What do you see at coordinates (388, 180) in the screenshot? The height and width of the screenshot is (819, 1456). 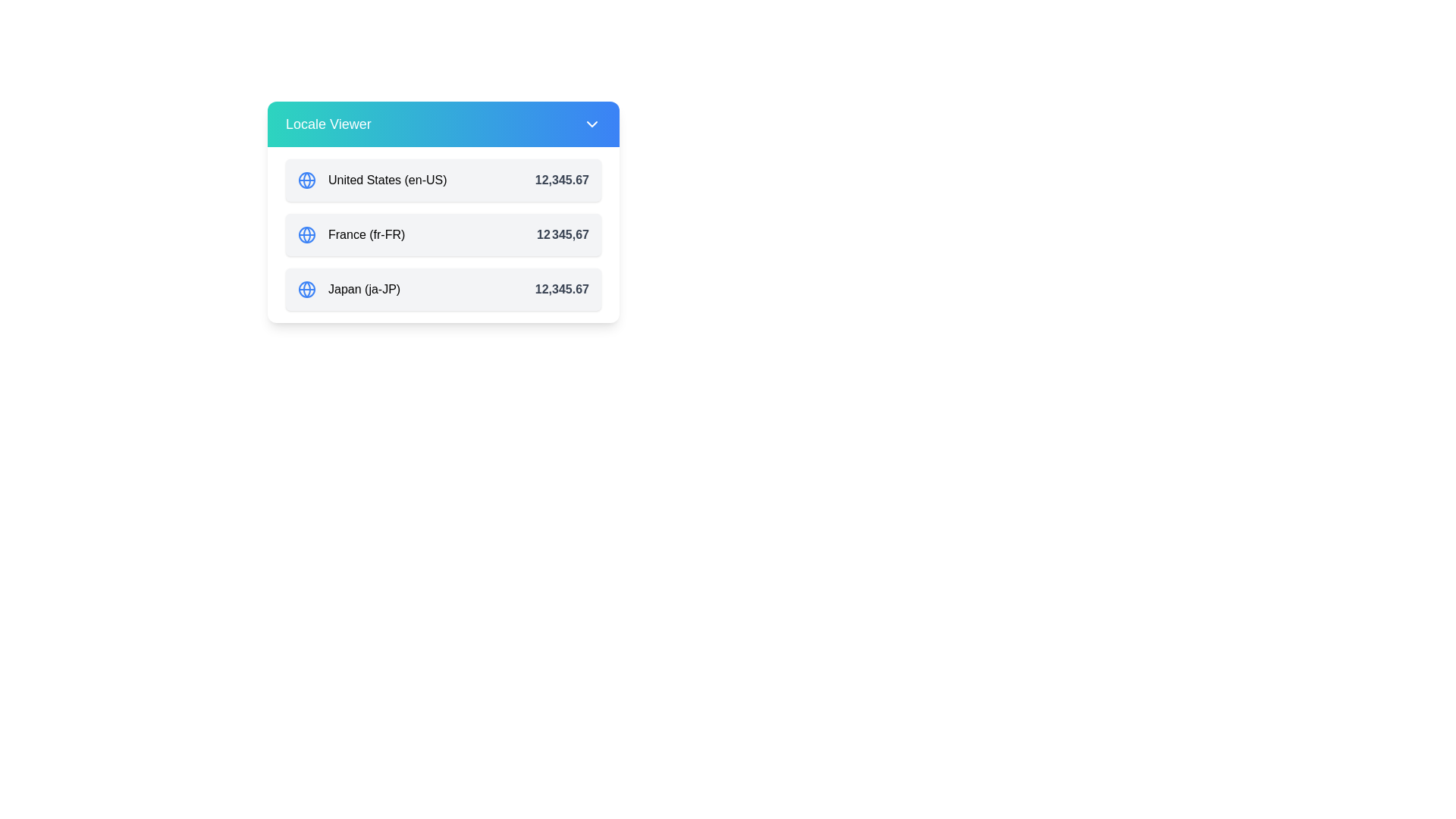 I see `the Plain text label indicating the locale setting for the United States and English (en-US) language preference, which is located alongside a blue globe icon in the 'Locale Viewer' list` at bounding box center [388, 180].